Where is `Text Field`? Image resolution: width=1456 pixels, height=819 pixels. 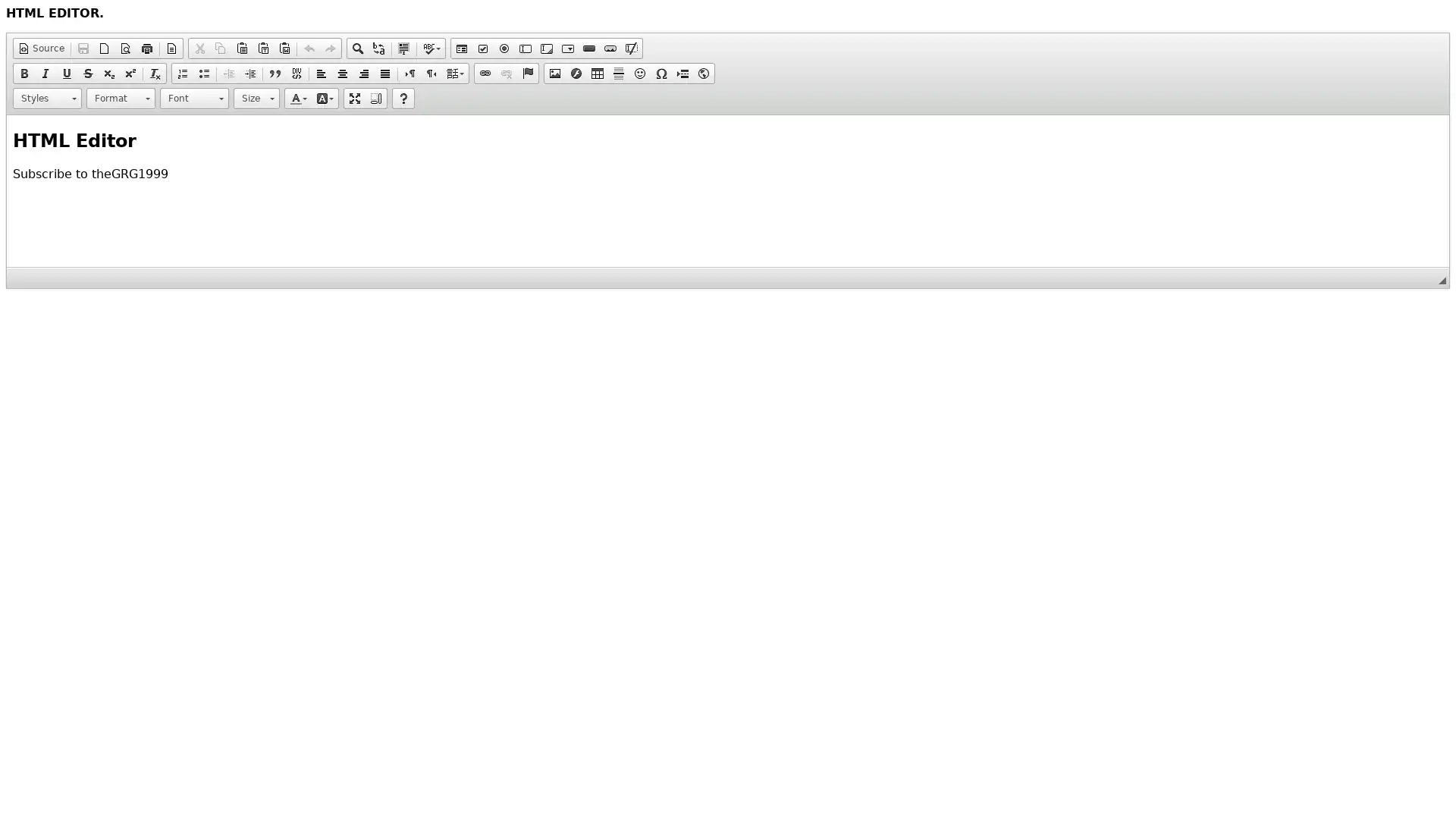 Text Field is located at coordinates (525, 48).